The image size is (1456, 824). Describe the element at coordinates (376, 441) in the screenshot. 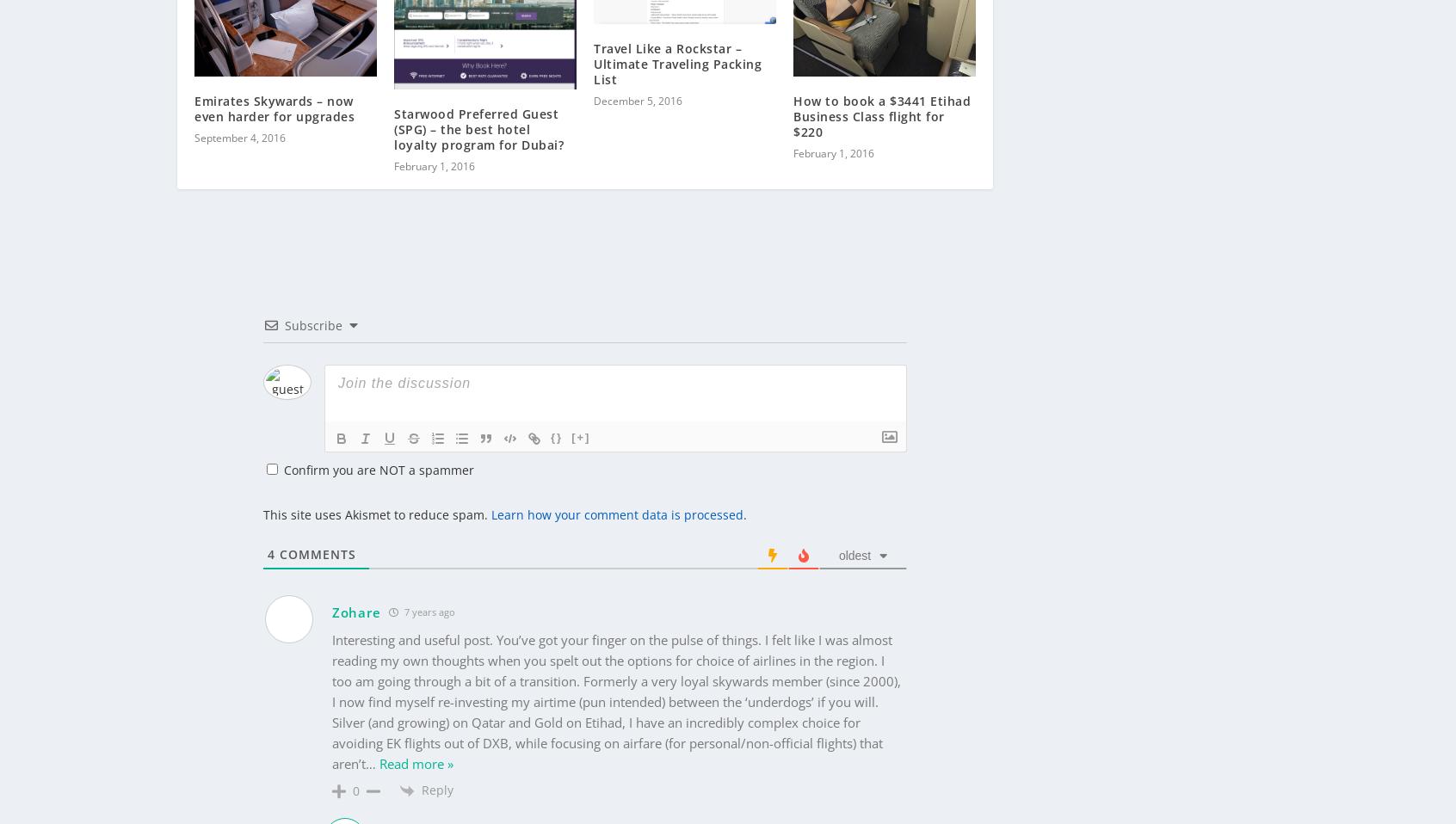

I see `'Confirm you are NOT a spammer'` at that location.